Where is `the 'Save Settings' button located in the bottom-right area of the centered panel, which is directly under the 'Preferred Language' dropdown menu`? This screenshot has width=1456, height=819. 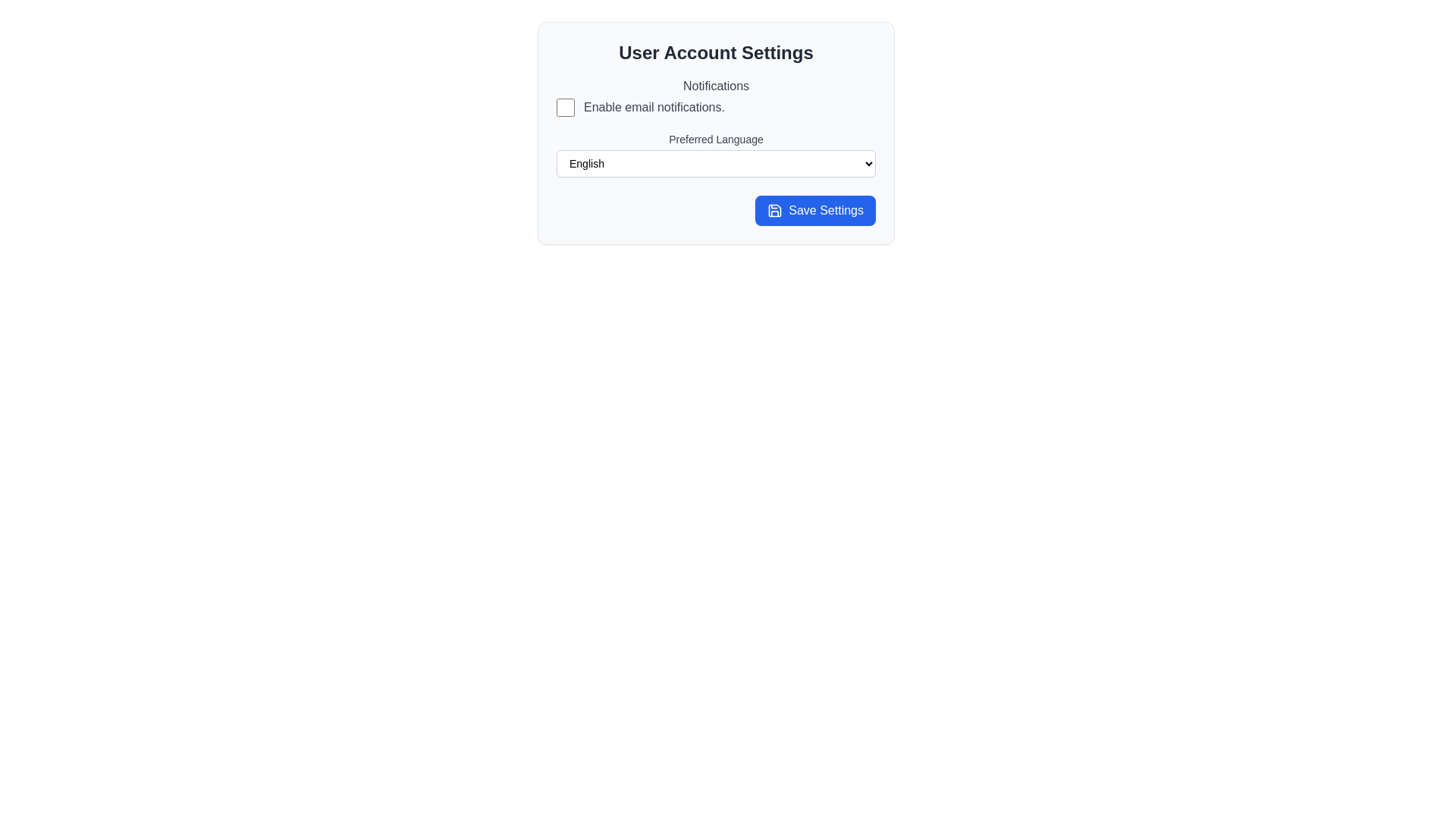
the 'Save Settings' button located in the bottom-right area of the centered panel, which is directly under the 'Preferred Language' dropdown menu is located at coordinates (814, 210).